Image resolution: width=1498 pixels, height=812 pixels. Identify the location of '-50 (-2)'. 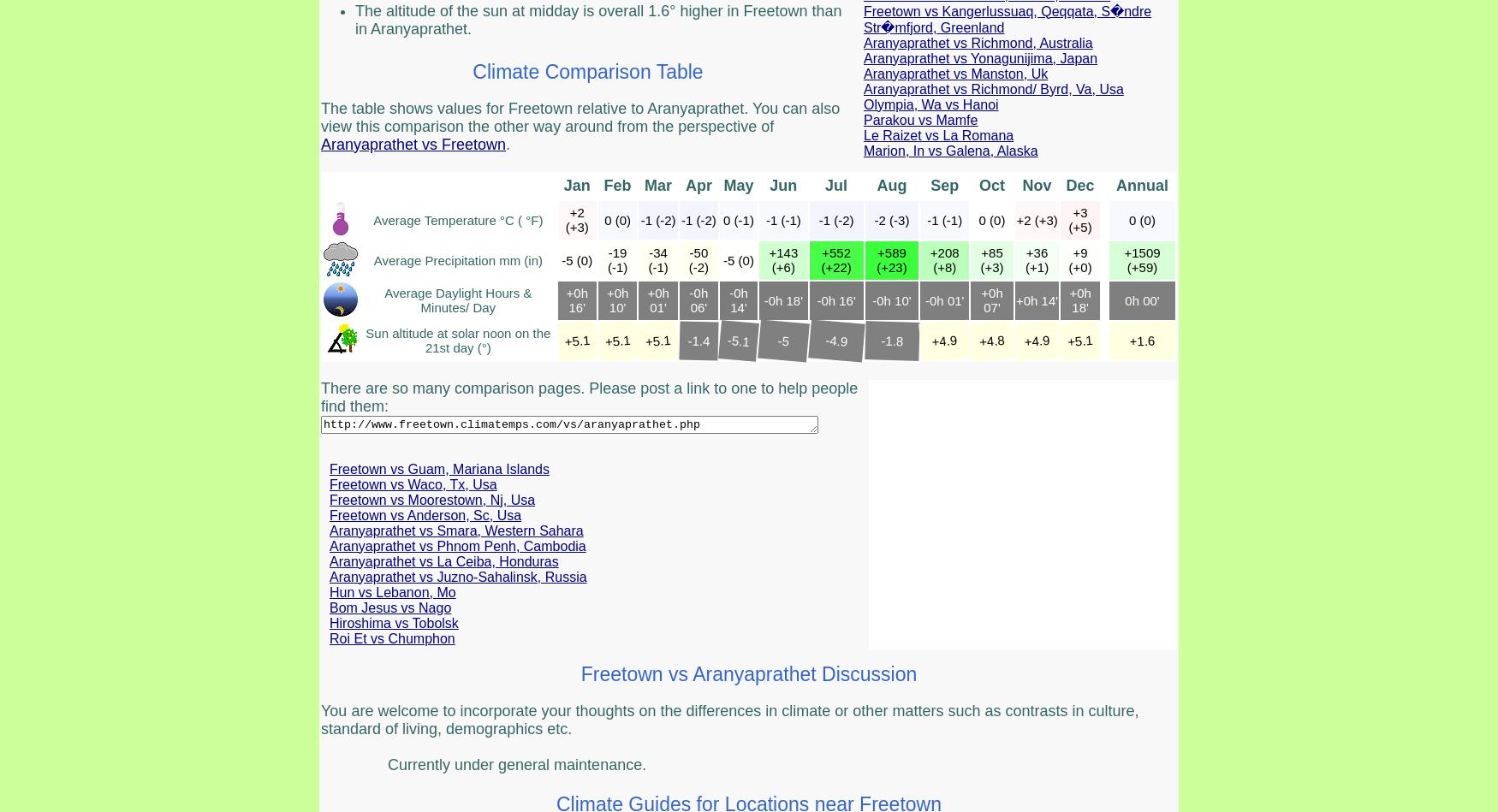
(698, 258).